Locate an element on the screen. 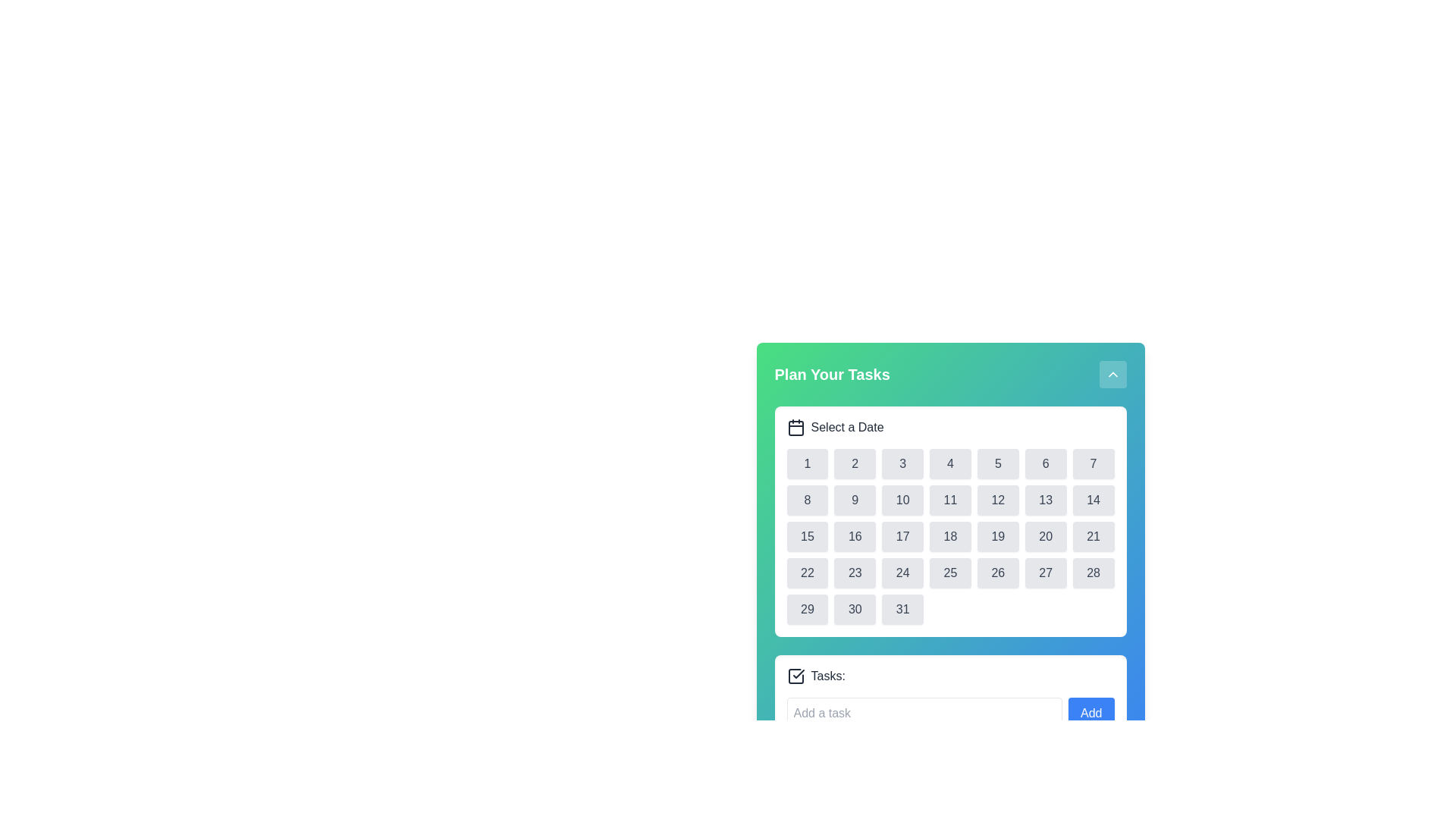  the small rectangular button with rounded corners that has the text '11' in the second row and fourth column of the calendar grid is located at coordinates (949, 500).